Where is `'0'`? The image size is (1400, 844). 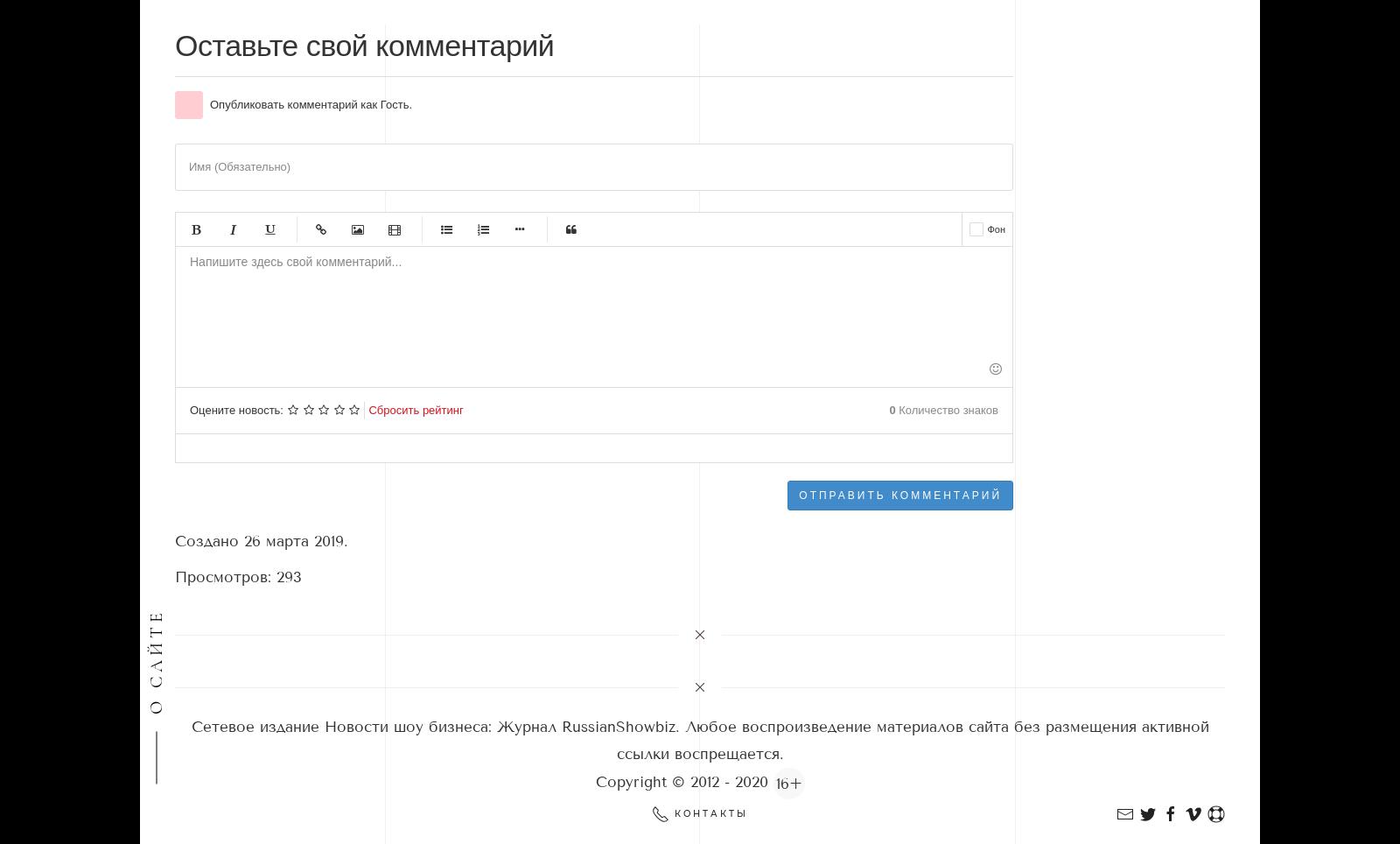
'0' is located at coordinates (892, 410).